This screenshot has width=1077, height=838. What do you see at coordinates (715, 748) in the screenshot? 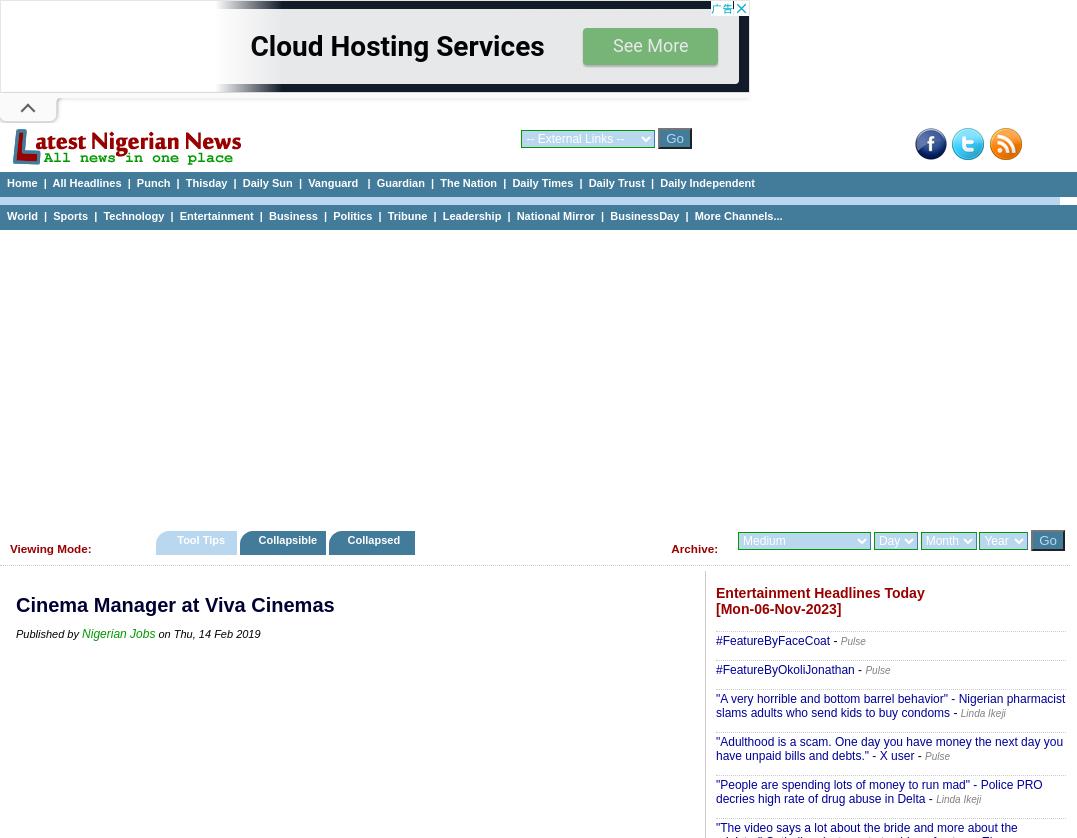
I see `'"Adulthood is a scam. One day you have money the next day you have unpaid bills and debts." - X user'` at bounding box center [715, 748].